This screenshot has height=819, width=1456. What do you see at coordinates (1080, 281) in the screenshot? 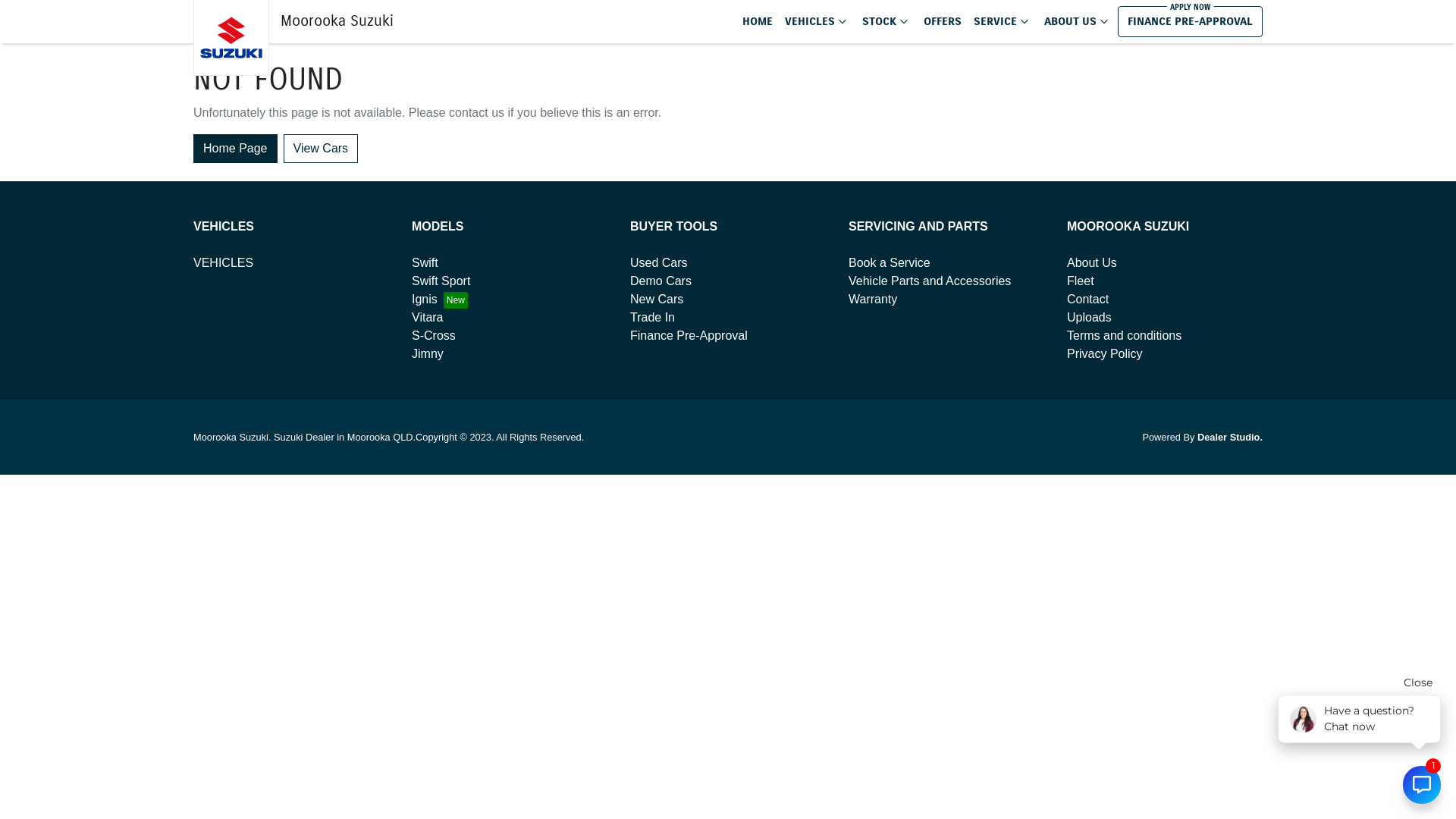
I see `'Fleet'` at bounding box center [1080, 281].